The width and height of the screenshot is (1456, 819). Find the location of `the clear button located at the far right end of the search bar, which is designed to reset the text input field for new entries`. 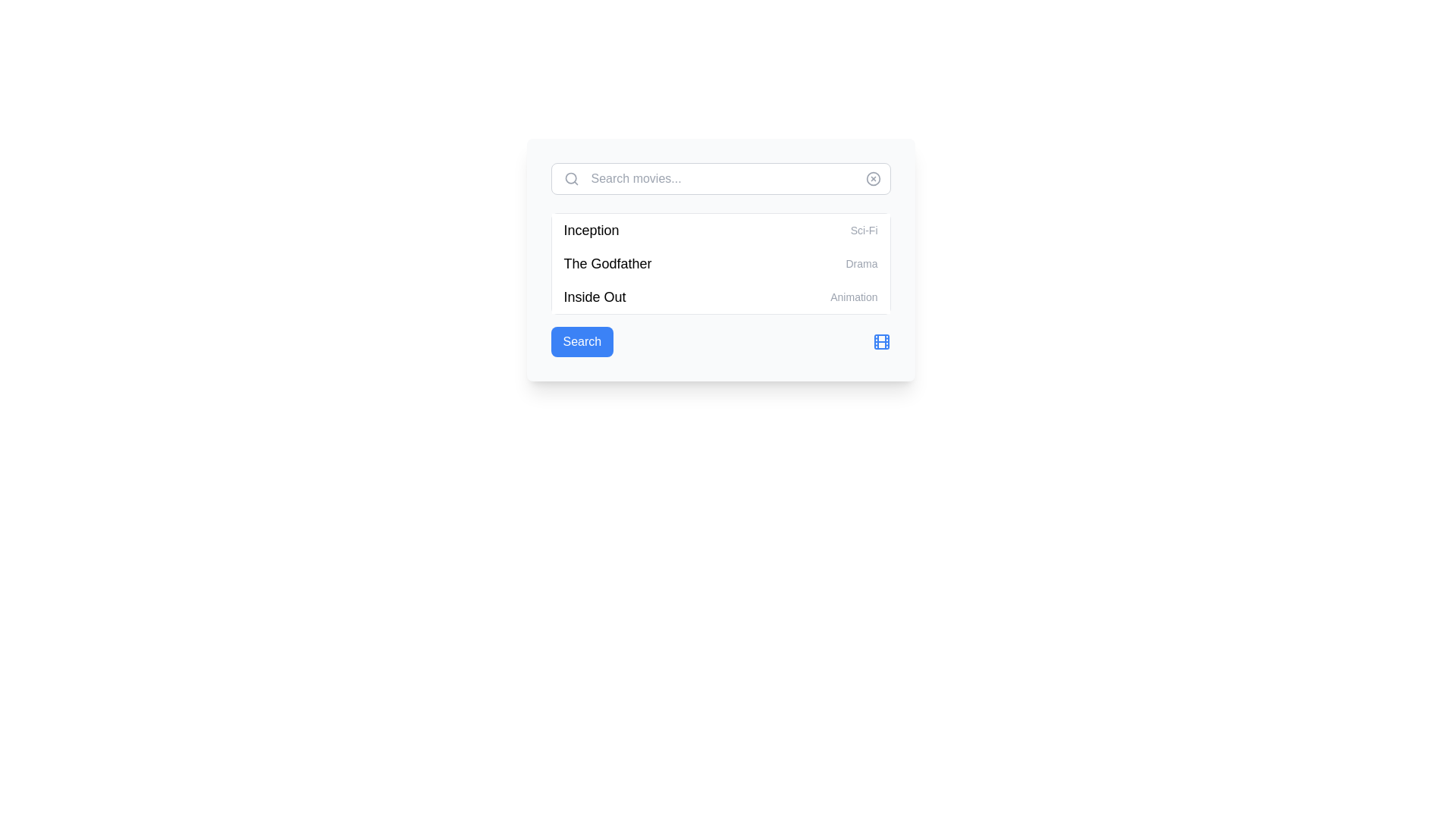

the clear button located at the far right end of the search bar, which is designed to reset the text input field for new entries is located at coordinates (873, 177).